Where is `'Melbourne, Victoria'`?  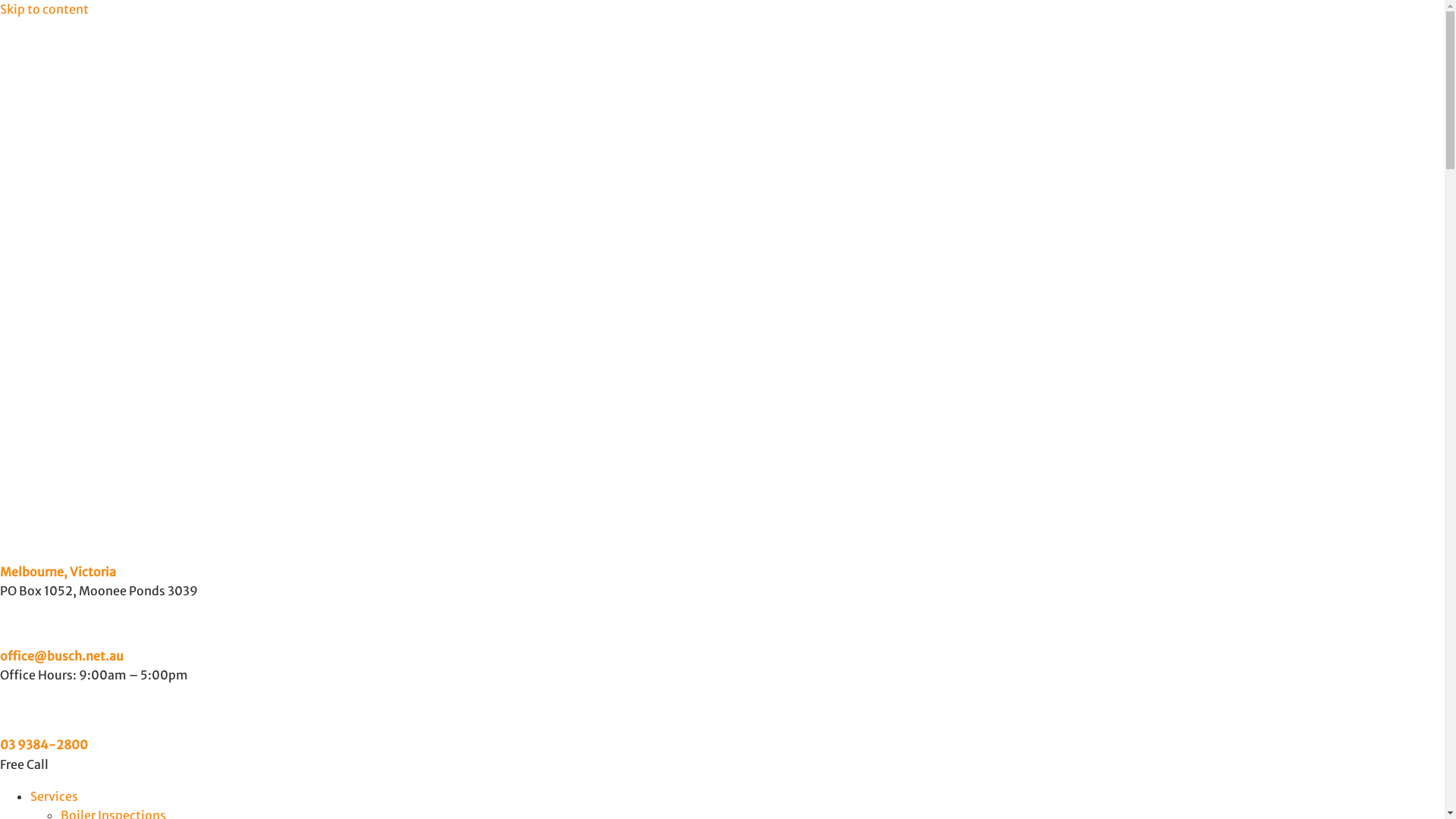 'Melbourne, Victoria' is located at coordinates (0, 571).